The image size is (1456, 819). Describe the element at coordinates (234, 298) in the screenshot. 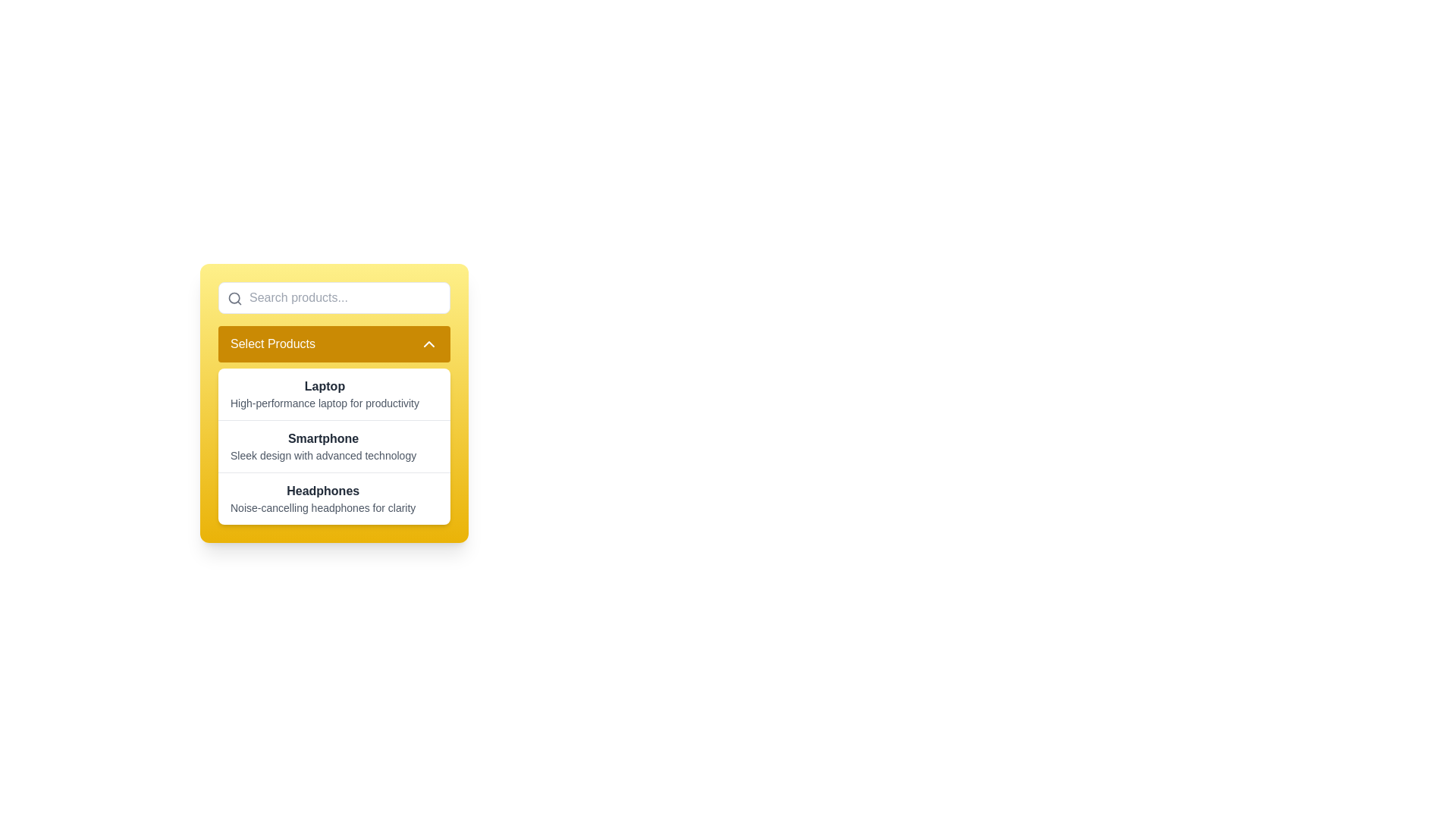

I see `the decorative search icon located on the left side of the search input field, which visually indicates the functionality of the adjacent text input` at that location.